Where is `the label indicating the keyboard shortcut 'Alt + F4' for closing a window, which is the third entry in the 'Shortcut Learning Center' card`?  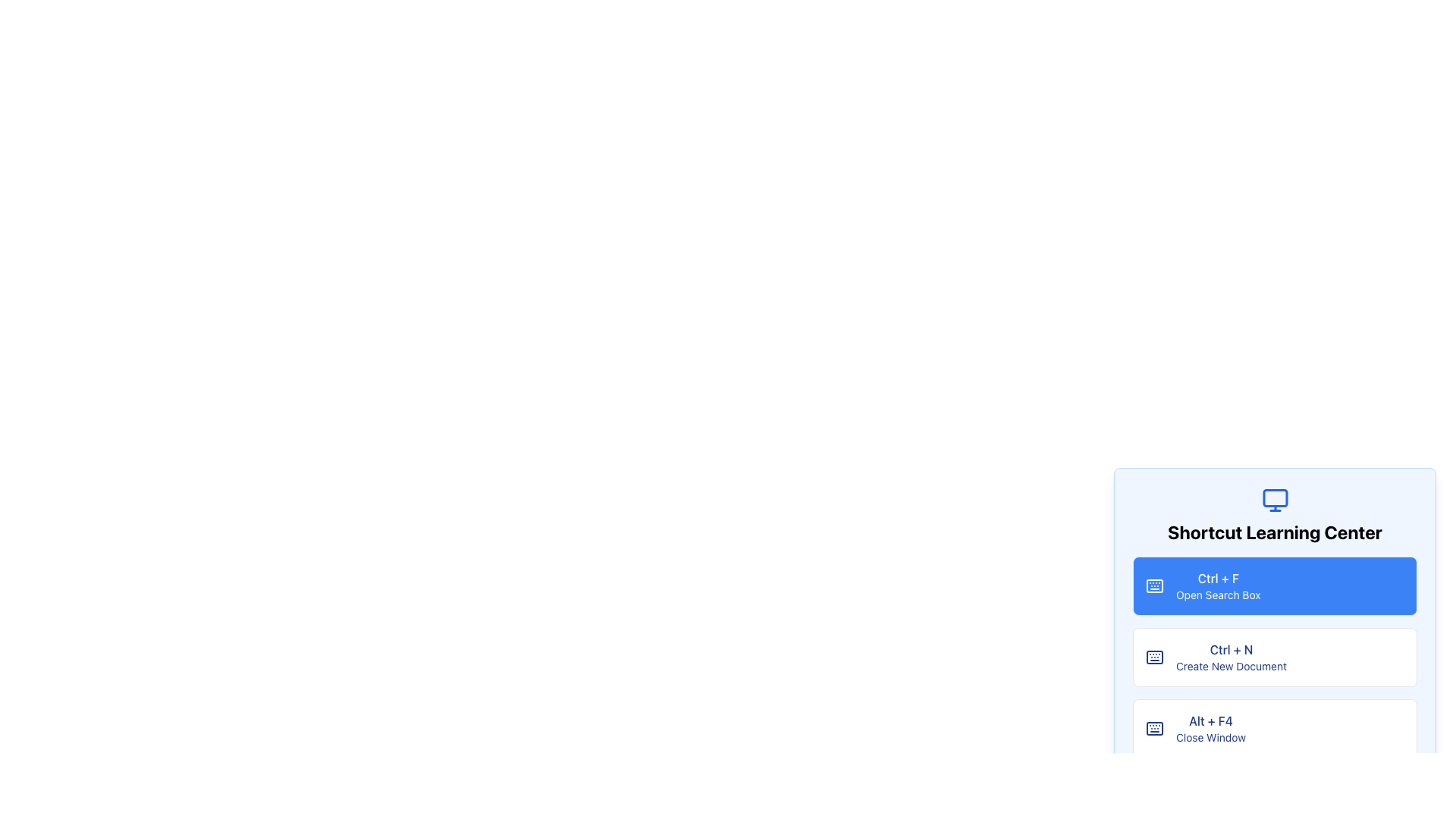
the label indicating the keyboard shortcut 'Alt + F4' for closing a window, which is the third entry in the 'Shortcut Learning Center' card is located at coordinates (1210, 720).